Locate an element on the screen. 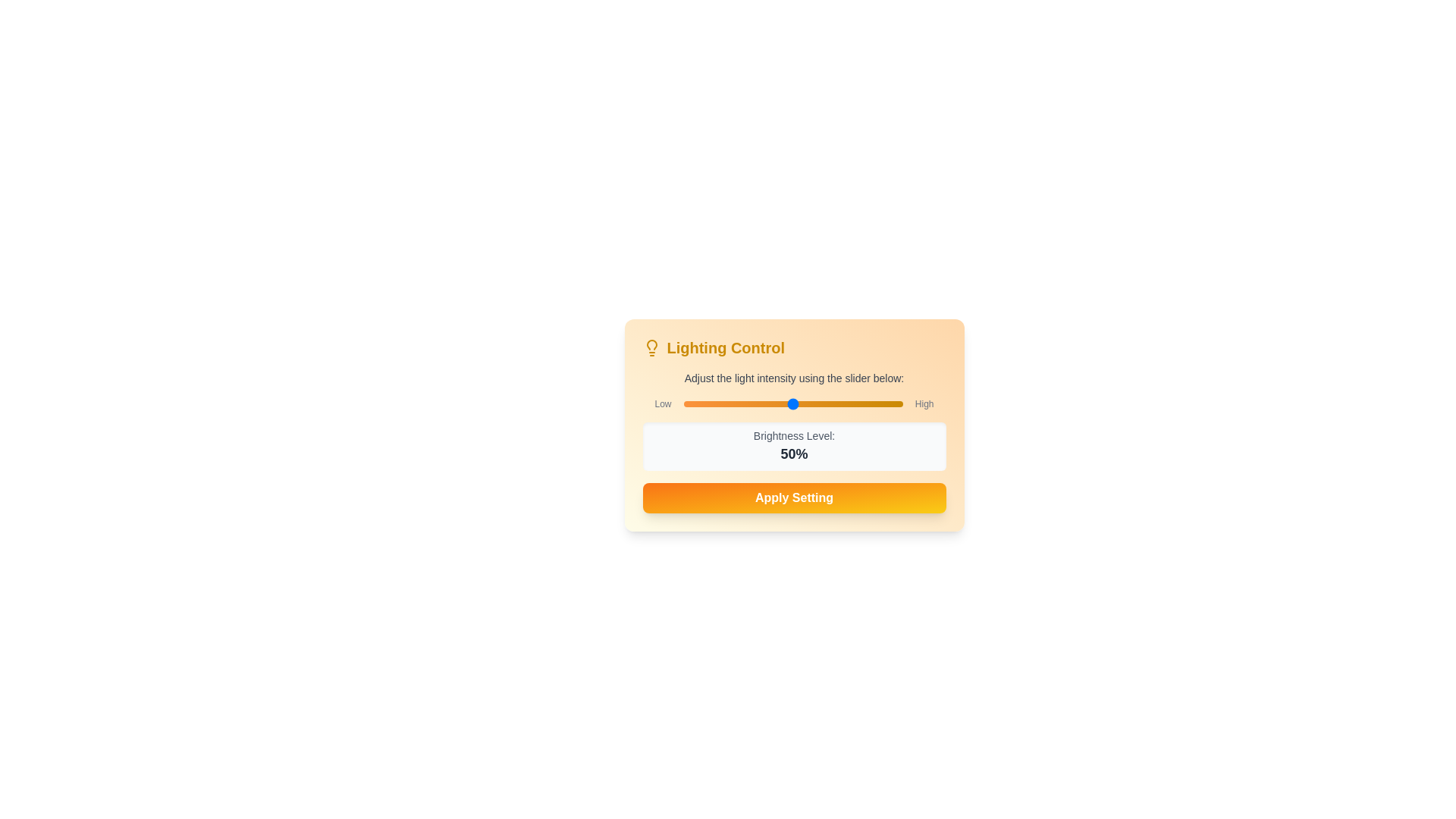 Image resolution: width=1456 pixels, height=819 pixels. the Text display panel that shows 'Brightness Level:' and '50%' with a light gray background, positioned within the 'Lighting Control' section is located at coordinates (793, 446).